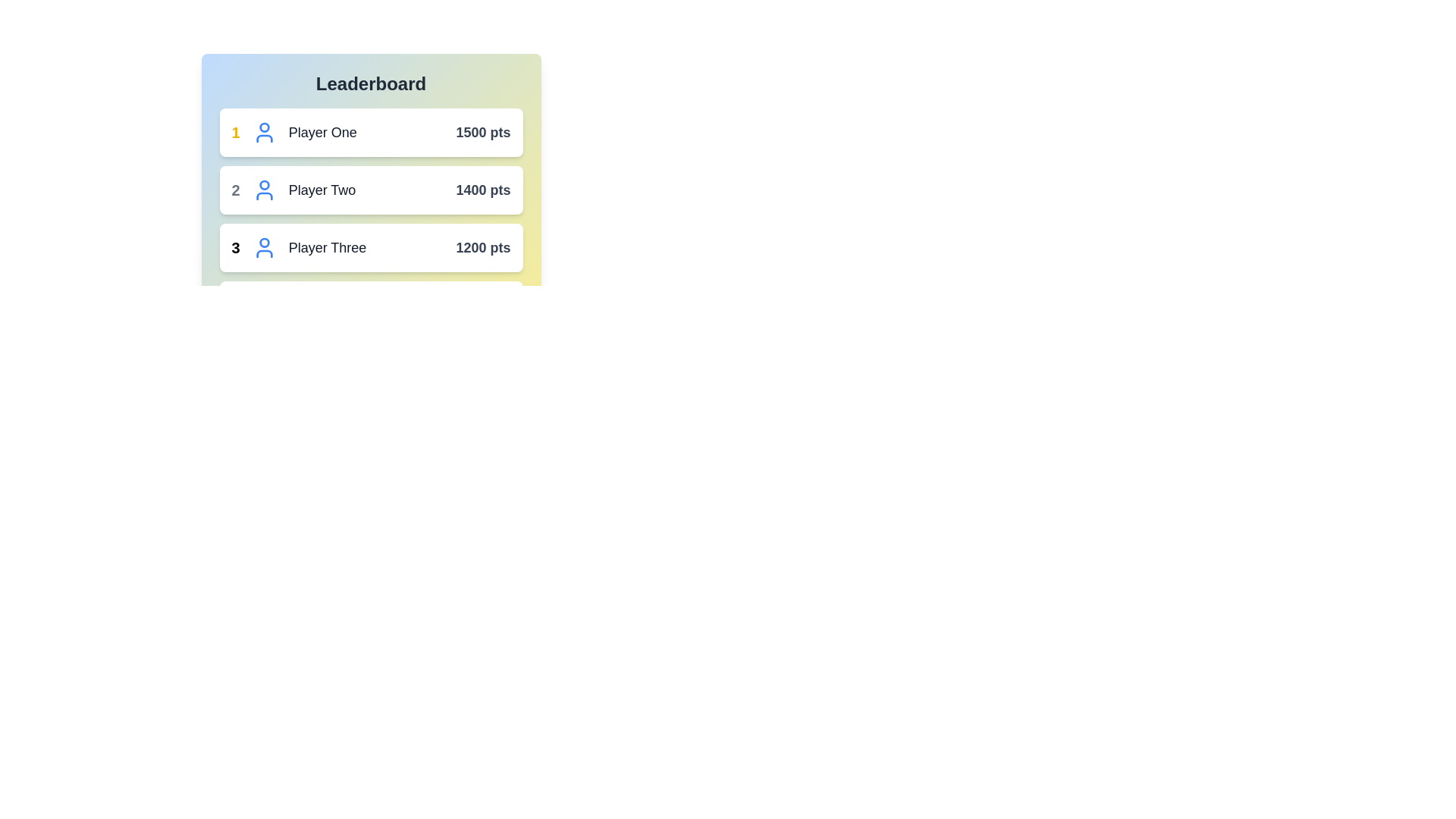 Image resolution: width=1456 pixels, height=819 pixels. I want to click on the leaderboard entry for Player One to open the context menu, so click(371, 131).